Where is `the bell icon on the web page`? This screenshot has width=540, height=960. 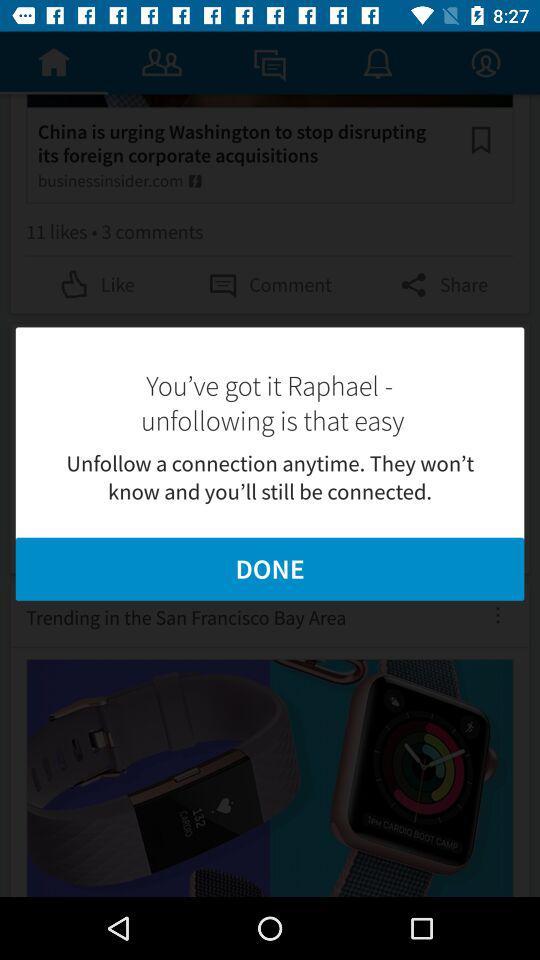 the bell icon on the web page is located at coordinates (378, 62).